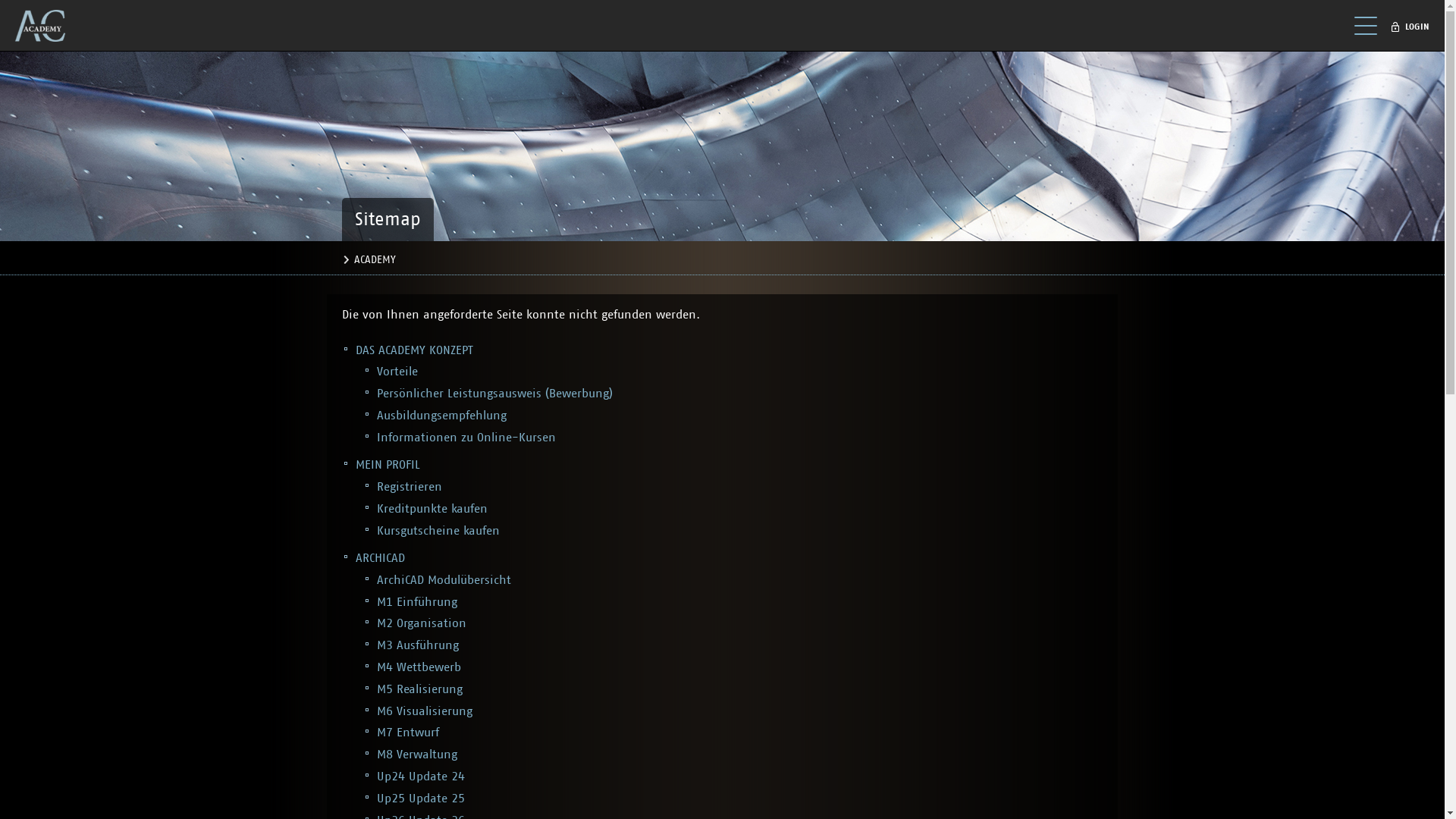  Describe the element at coordinates (377, 438) in the screenshot. I see `'Informationen zu Online-Kursen'` at that location.